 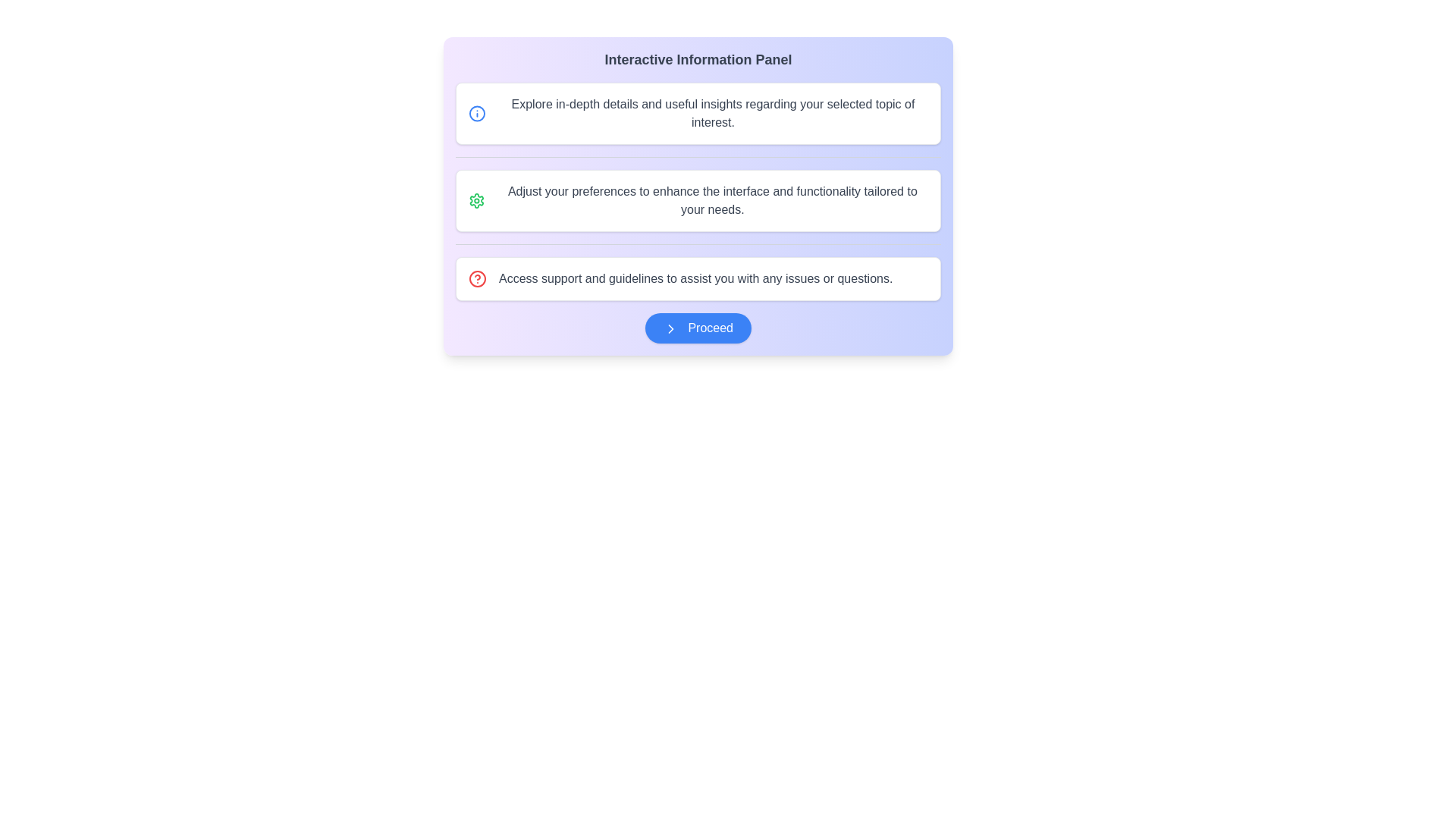 What do you see at coordinates (698, 243) in the screenshot?
I see `the horizontal gray divider located between the second and third sections of the Interactive Information Panel` at bounding box center [698, 243].